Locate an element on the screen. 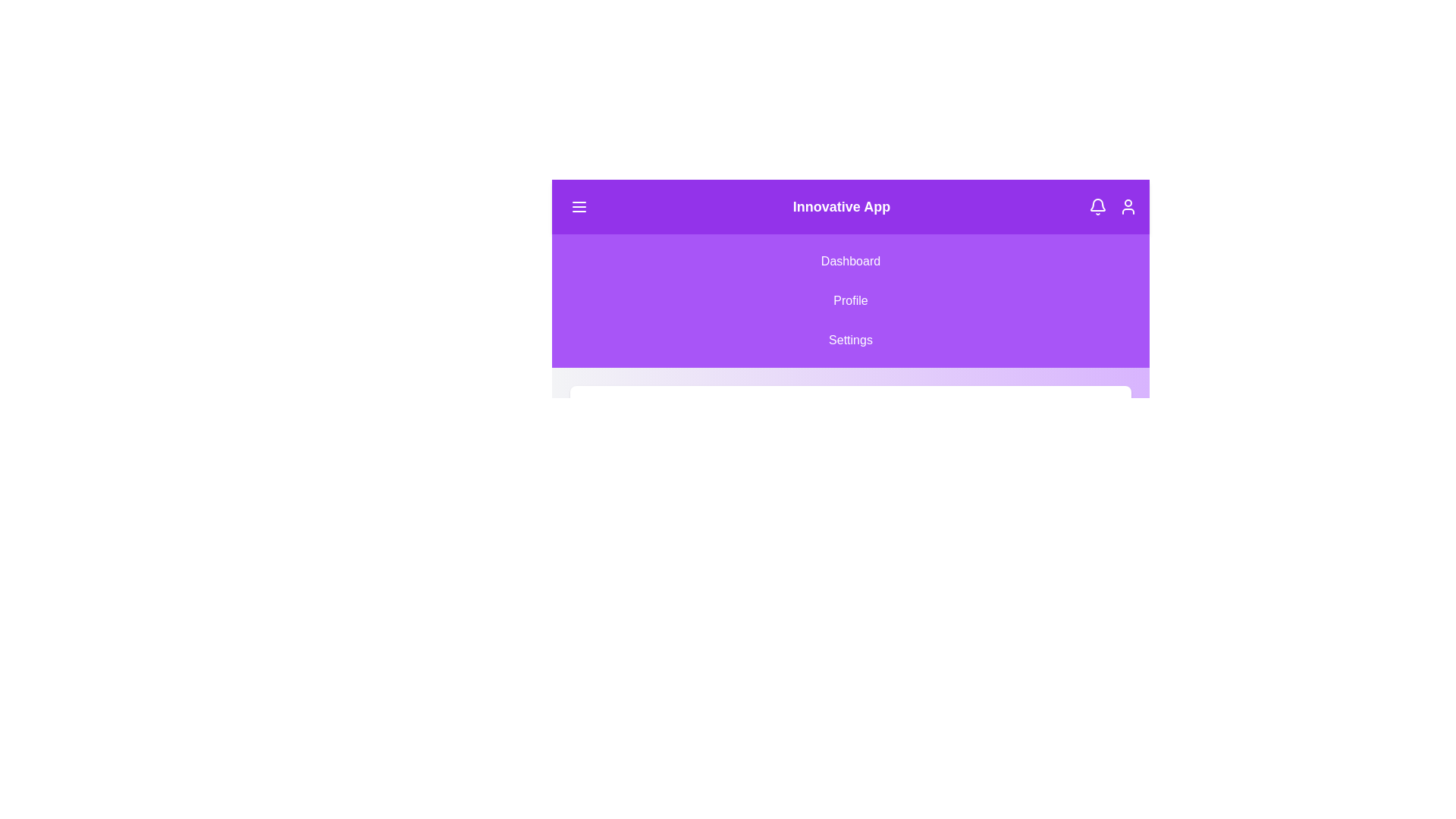 This screenshot has width=1456, height=819. the user icon to interact with it is located at coordinates (1128, 207).